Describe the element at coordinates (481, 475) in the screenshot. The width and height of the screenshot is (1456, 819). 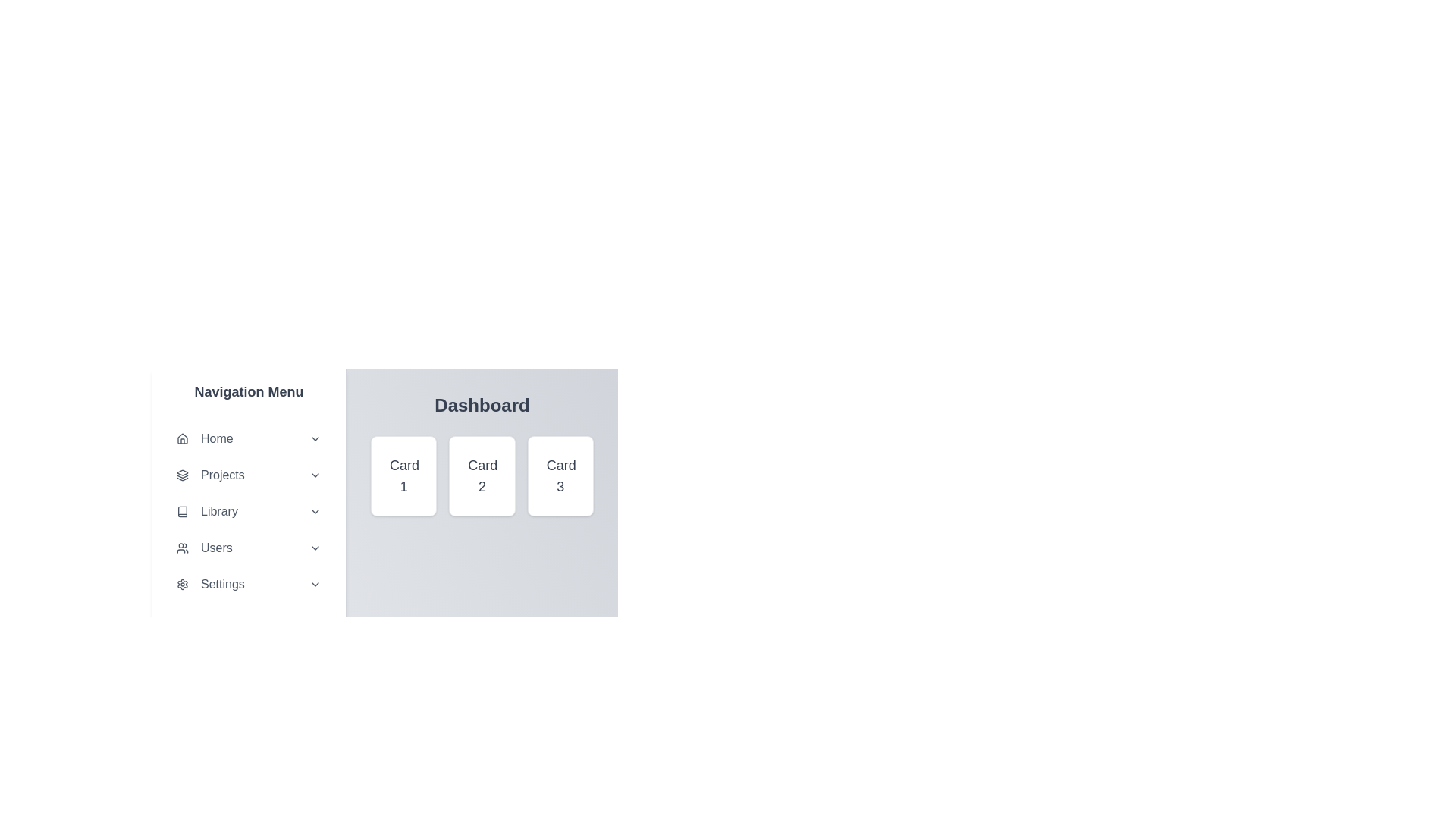
I see `the text label 'Card 2' which identifies the middle card in the horizontal row of three cards on the Dashboard layout` at that location.